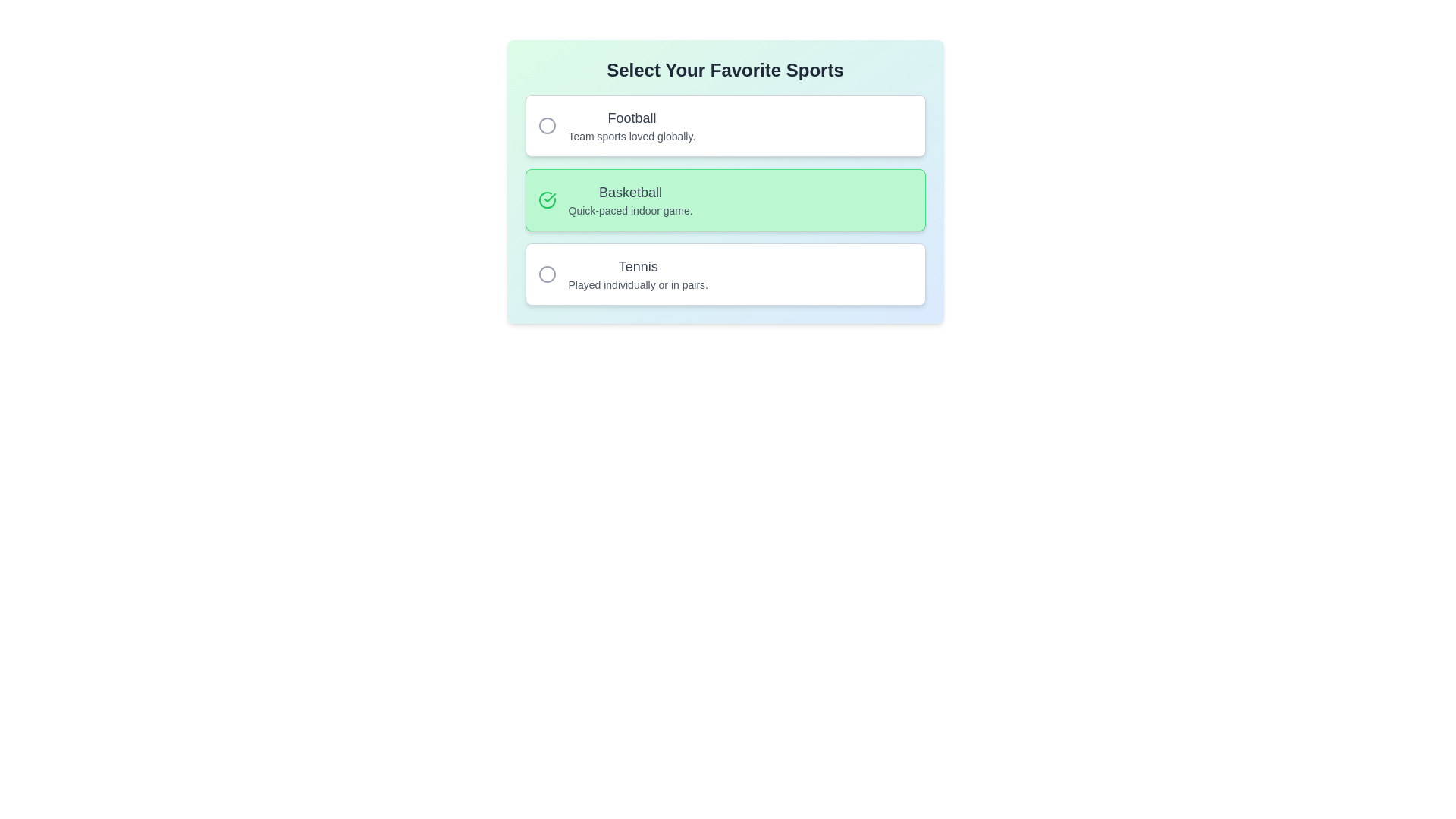 The height and width of the screenshot is (819, 1456). I want to click on information displayed in the 'Basketball' text label, which is centrally aligned within the selectable option in the 'Select Your Favorite Sports' list, so click(630, 199).